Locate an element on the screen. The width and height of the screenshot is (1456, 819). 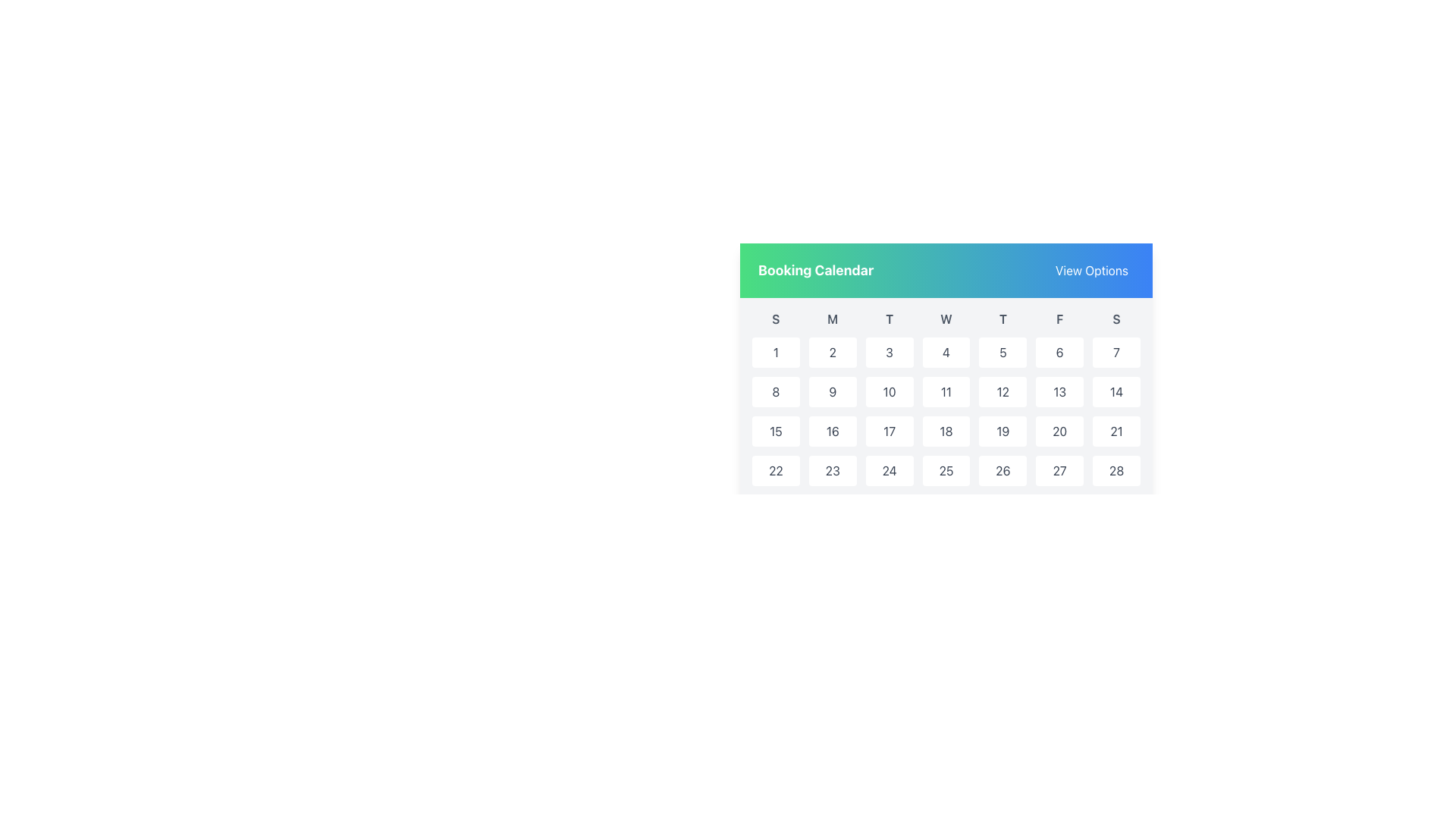
the text label displaying the number '2' in the second column of the calendar grid layout, which is styled with dark gray text on a white background is located at coordinates (832, 353).